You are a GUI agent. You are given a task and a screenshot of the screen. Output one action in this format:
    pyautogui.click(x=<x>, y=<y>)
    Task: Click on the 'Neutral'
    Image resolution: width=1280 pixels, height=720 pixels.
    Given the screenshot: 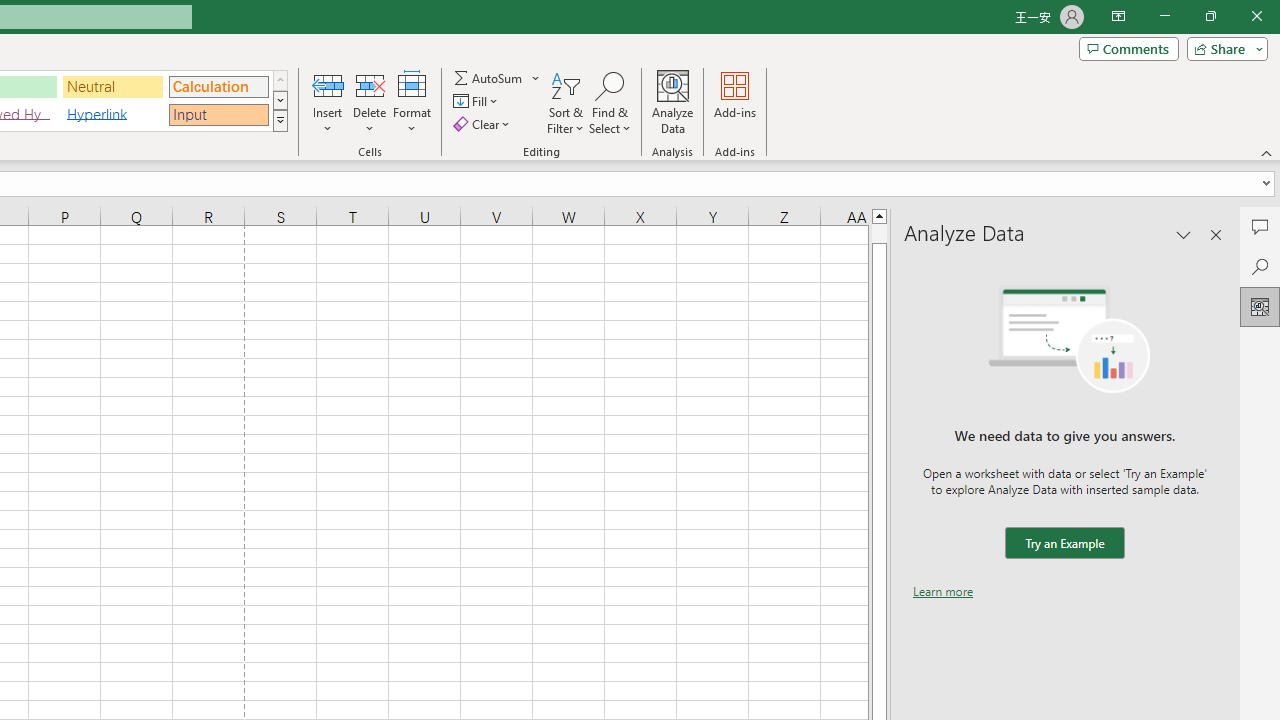 What is the action you would take?
    pyautogui.click(x=112, y=85)
    